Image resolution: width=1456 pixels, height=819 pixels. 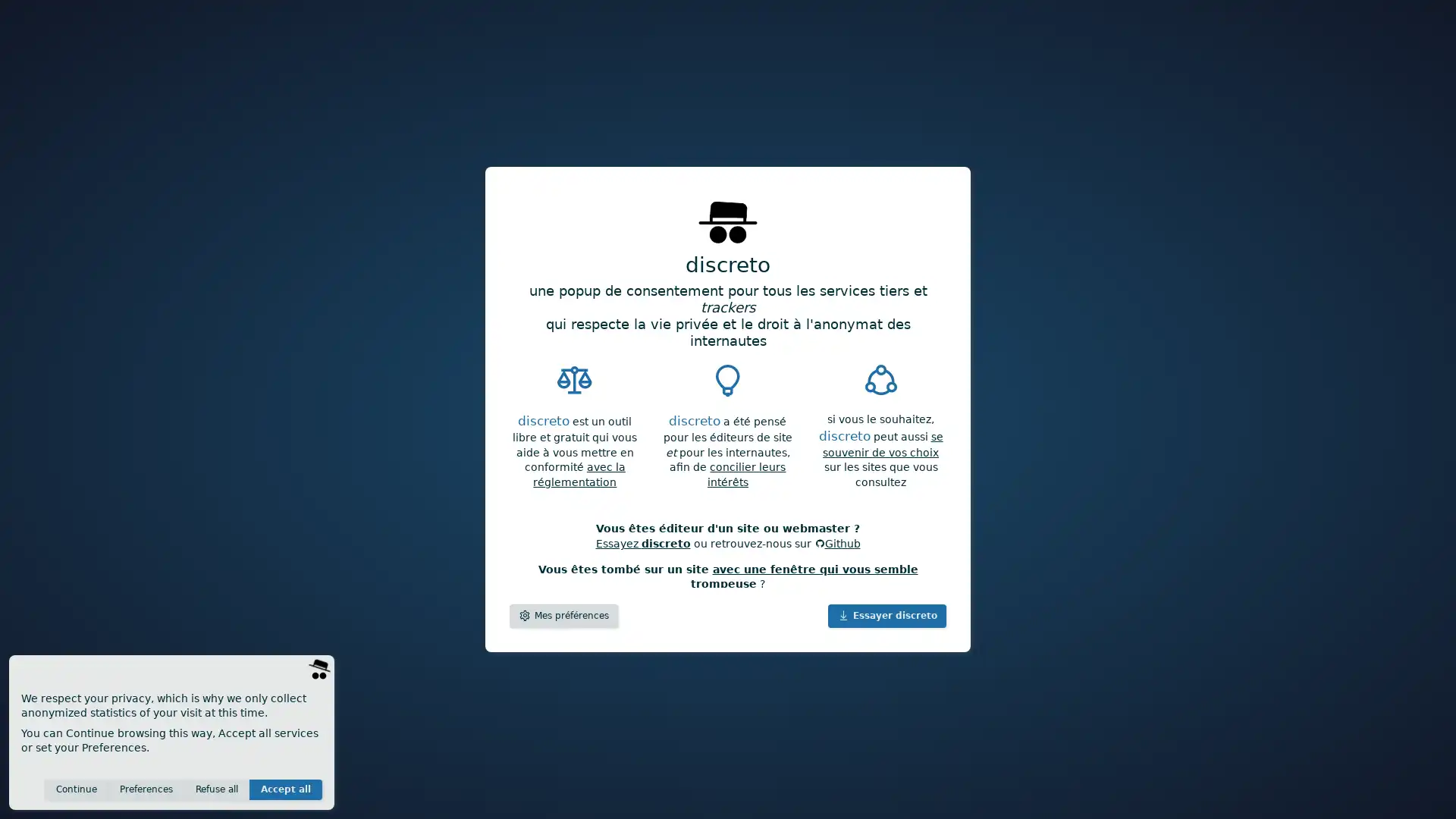 I want to click on Save, so click(x=298, y=795).